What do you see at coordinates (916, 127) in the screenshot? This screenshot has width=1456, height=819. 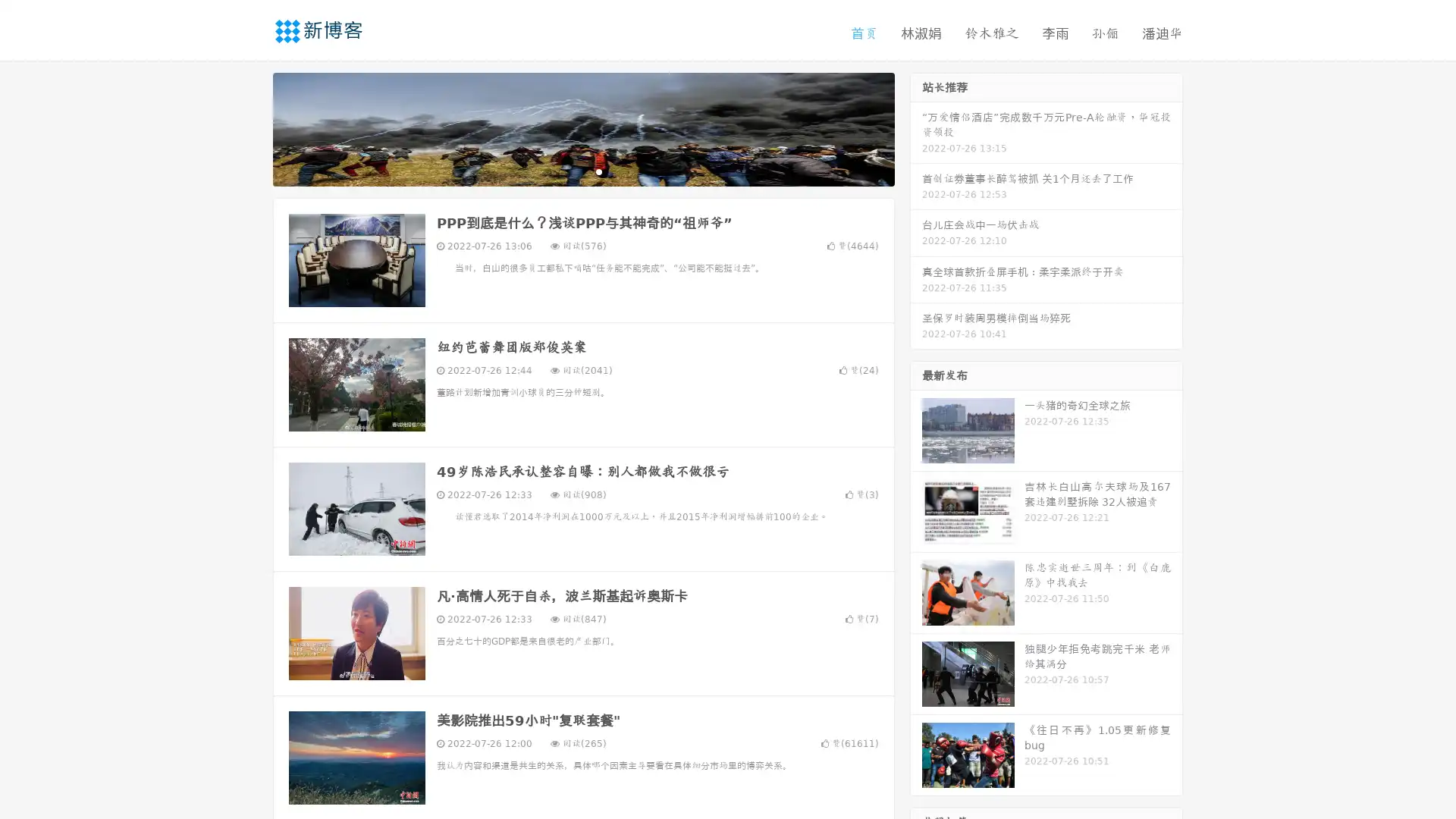 I see `Next slide` at bounding box center [916, 127].